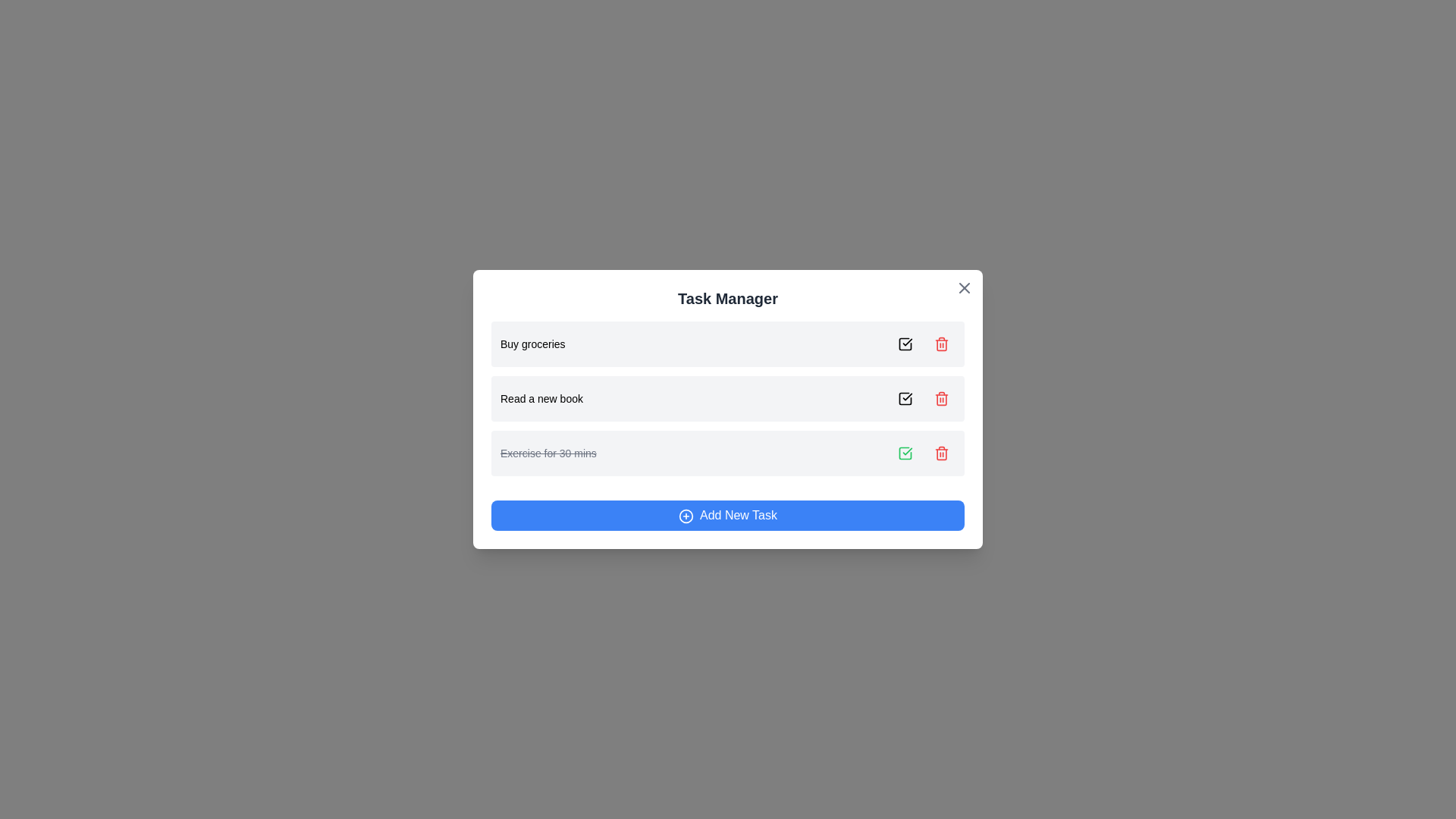 The image size is (1456, 819). What do you see at coordinates (686, 514) in the screenshot?
I see `the graphical circle icon which is centered within the 'Add New Task' button located at the bottom section of the task management panel` at bounding box center [686, 514].